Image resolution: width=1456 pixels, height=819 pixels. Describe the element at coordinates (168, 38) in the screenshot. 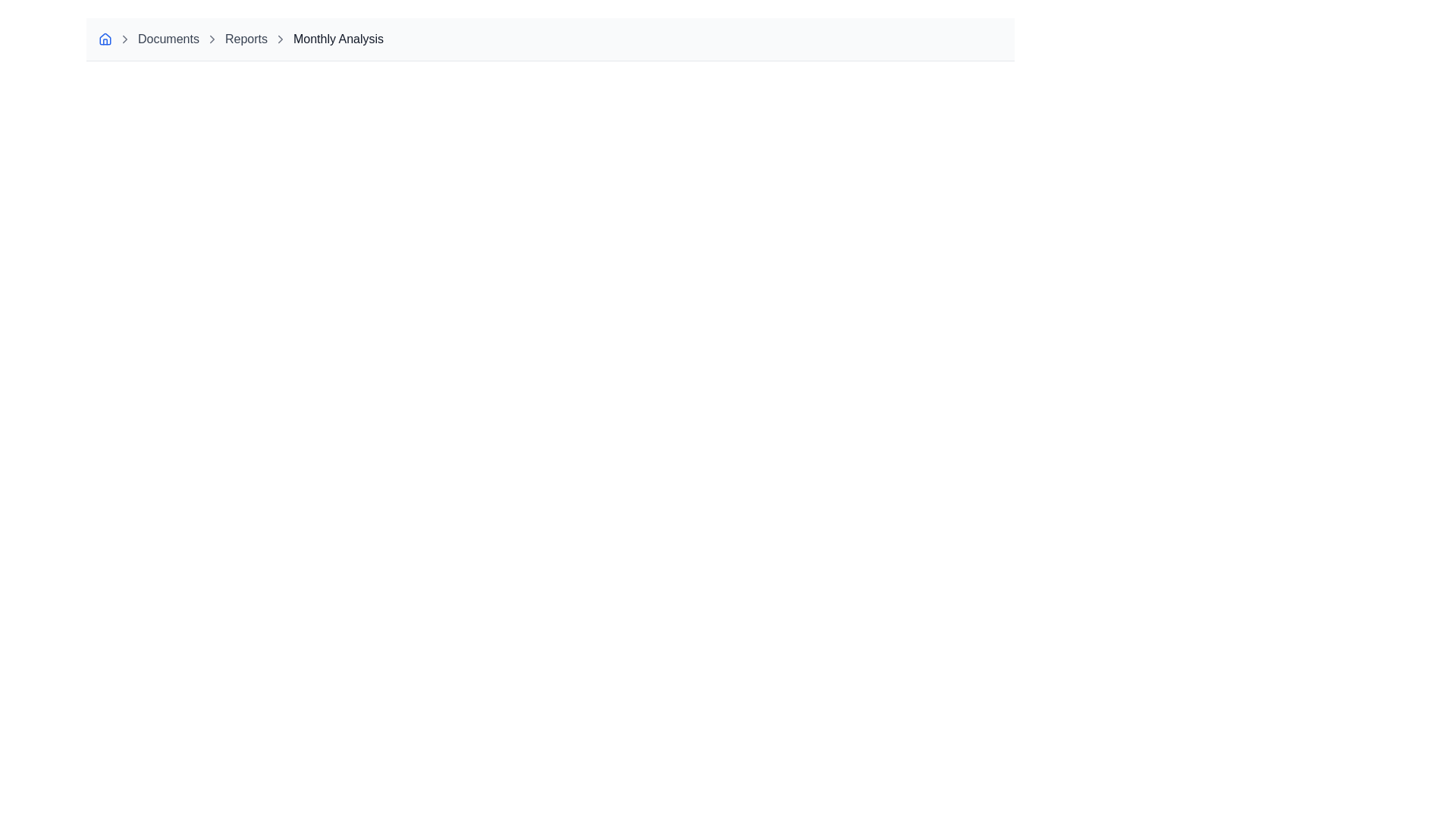

I see `the 'Documents' breadcrumb link` at that location.